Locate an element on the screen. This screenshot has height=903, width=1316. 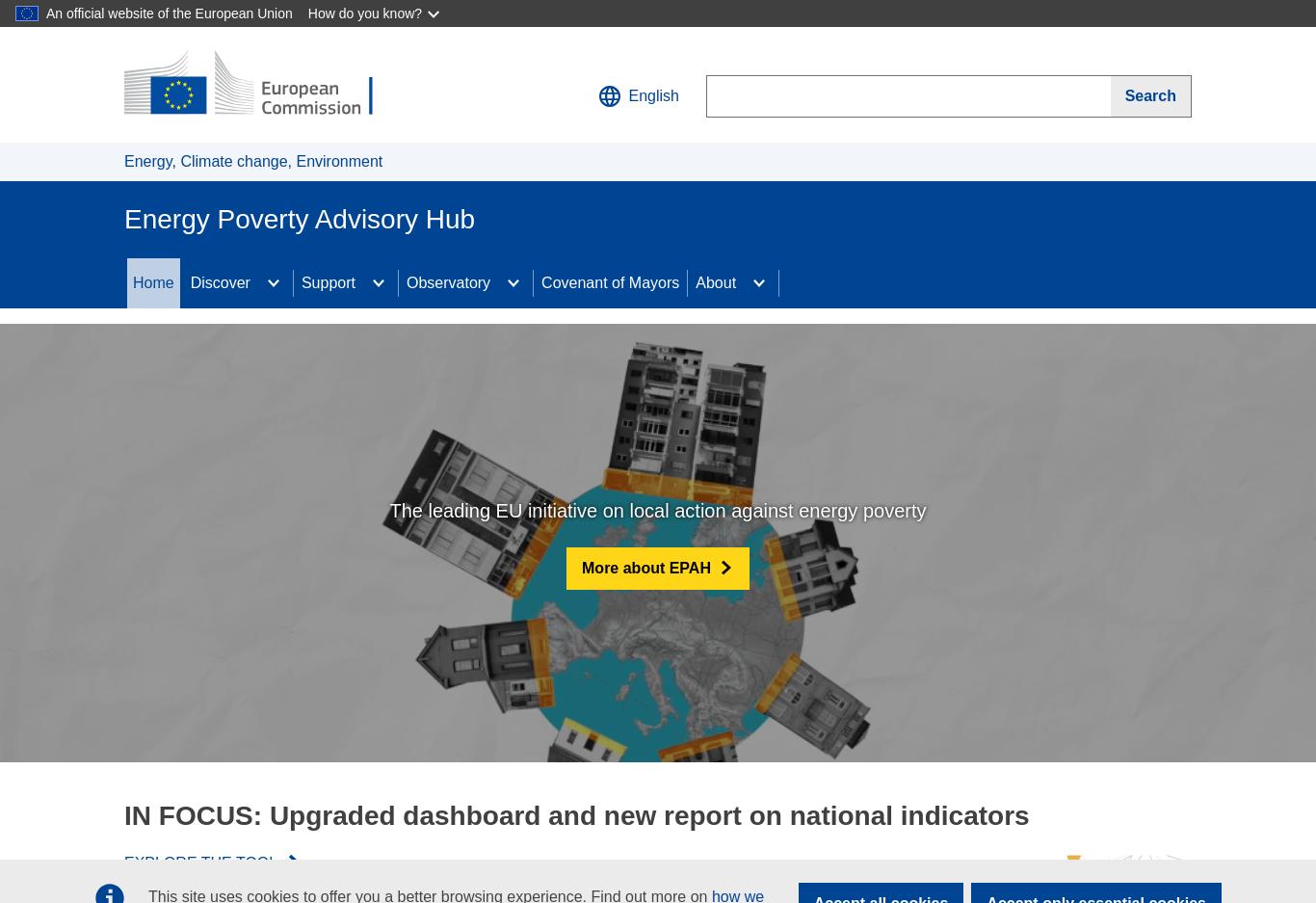
'Home' is located at coordinates (152, 281).